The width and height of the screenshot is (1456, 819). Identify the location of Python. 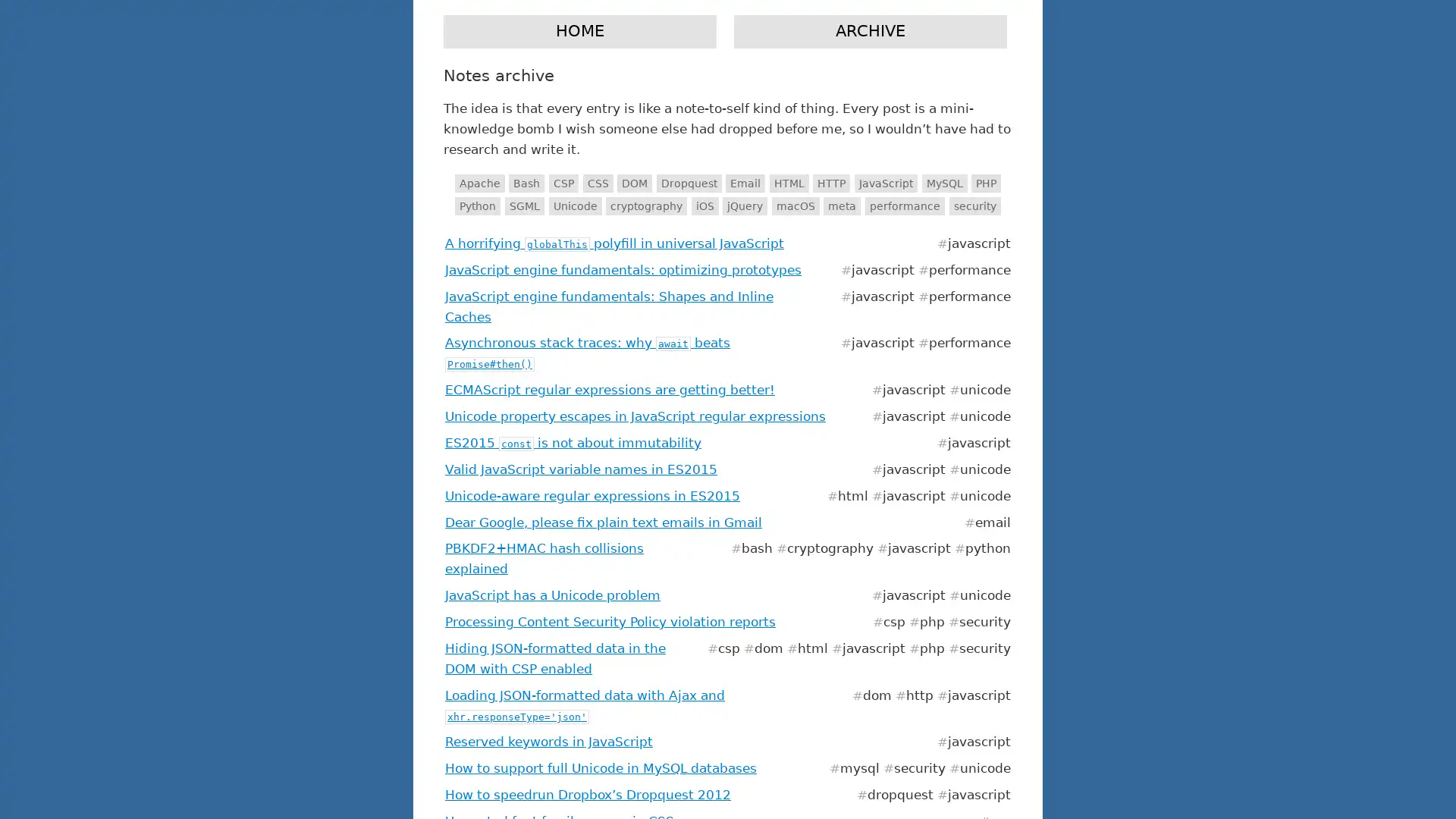
(476, 206).